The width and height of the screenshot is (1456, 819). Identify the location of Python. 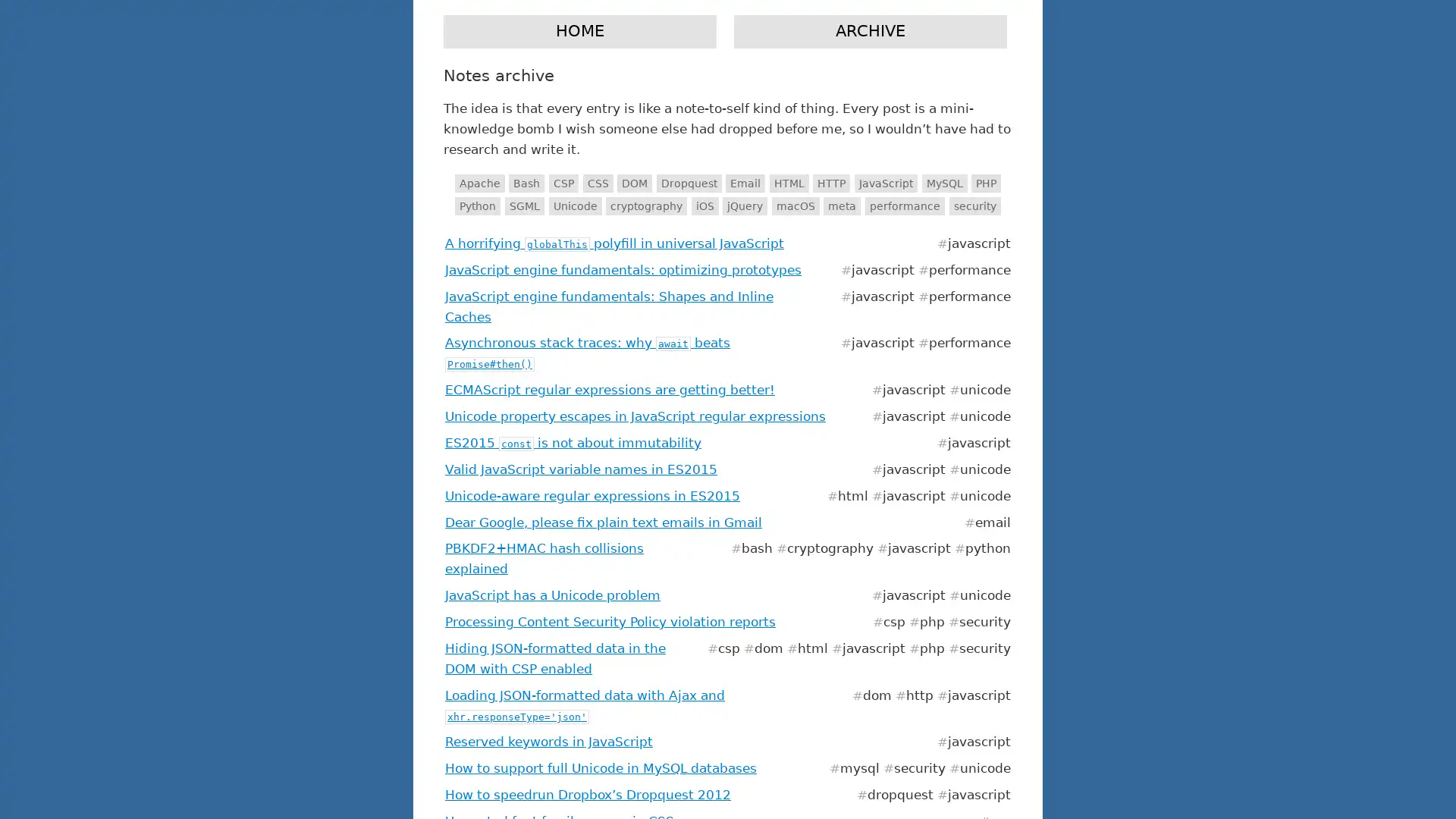
(476, 206).